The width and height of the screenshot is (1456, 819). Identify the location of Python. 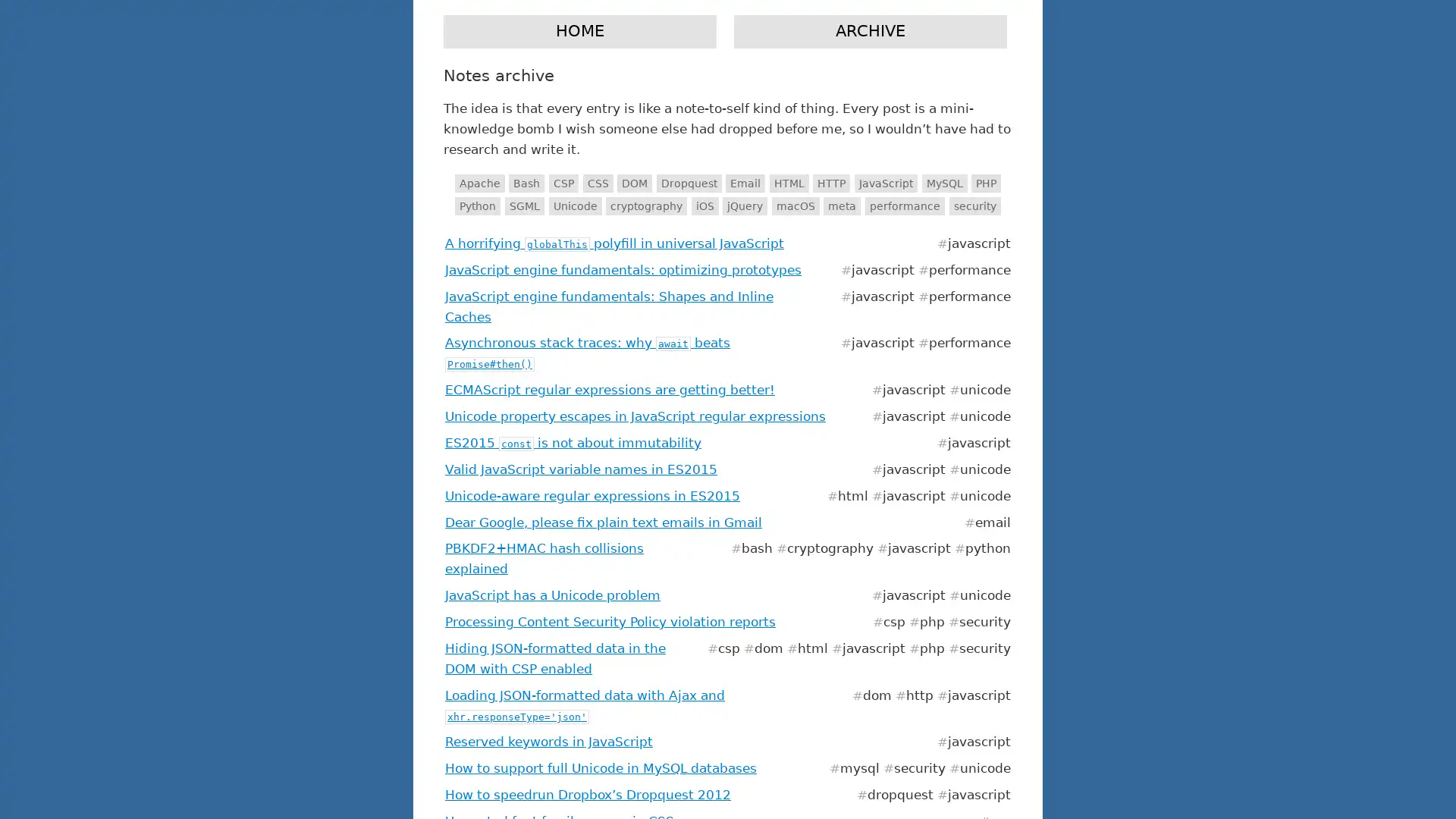
(476, 206).